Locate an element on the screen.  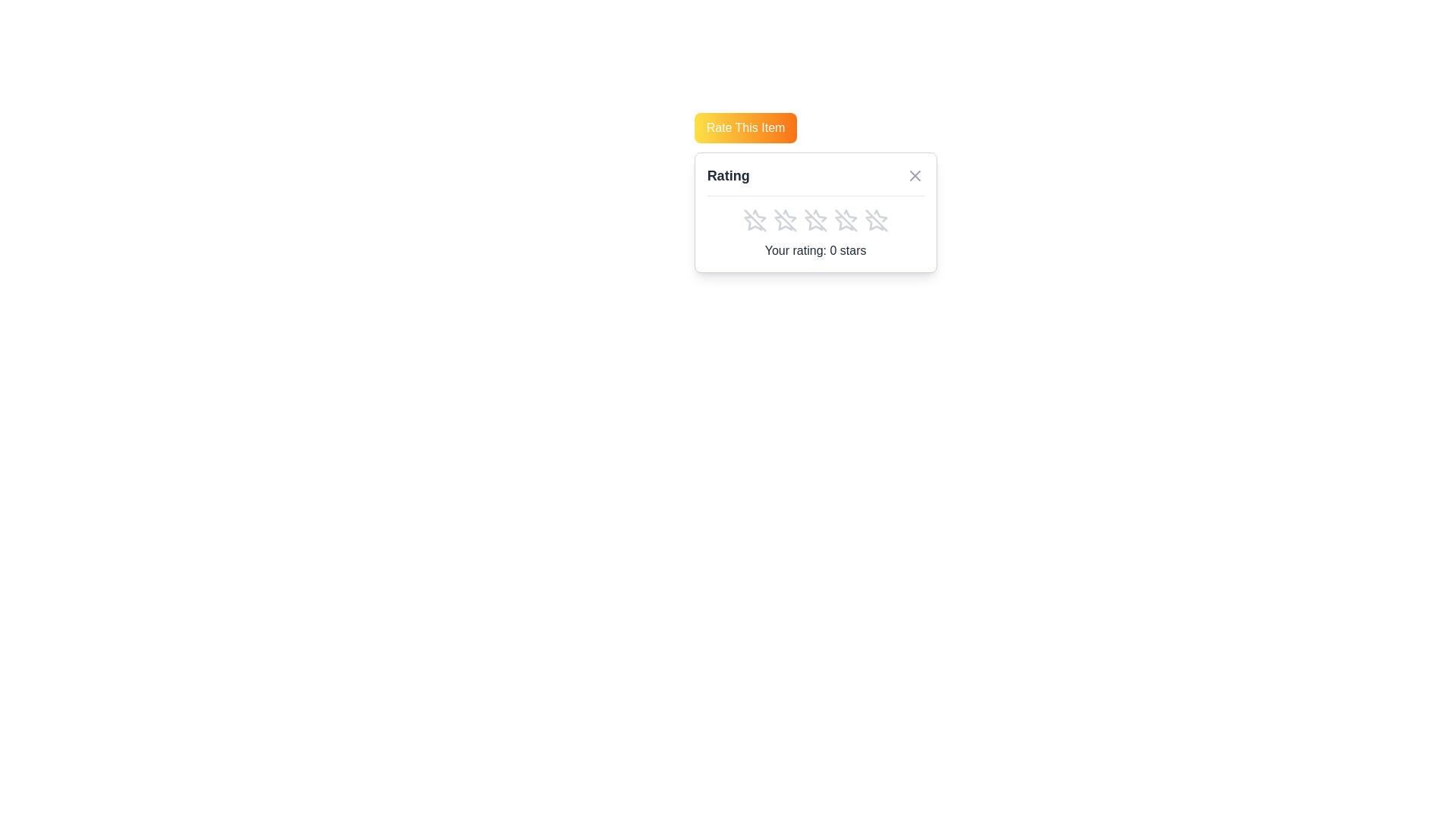
the Text Label element that serves as a title or heading for the rating interface in the popup card, located at the top-left corner and aligned left among its siblings is located at coordinates (728, 174).